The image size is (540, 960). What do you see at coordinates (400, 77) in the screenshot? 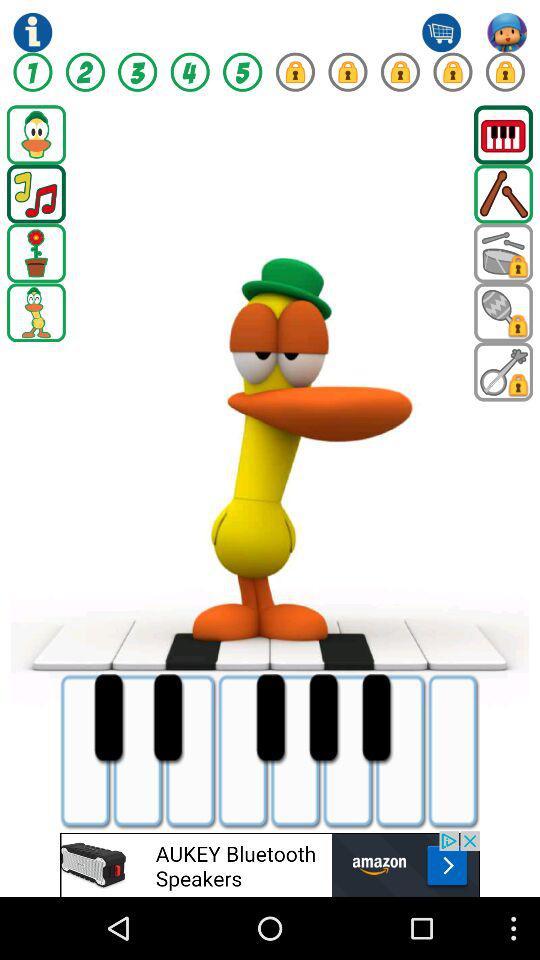
I see `the lock icon` at bounding box center [400, 77].